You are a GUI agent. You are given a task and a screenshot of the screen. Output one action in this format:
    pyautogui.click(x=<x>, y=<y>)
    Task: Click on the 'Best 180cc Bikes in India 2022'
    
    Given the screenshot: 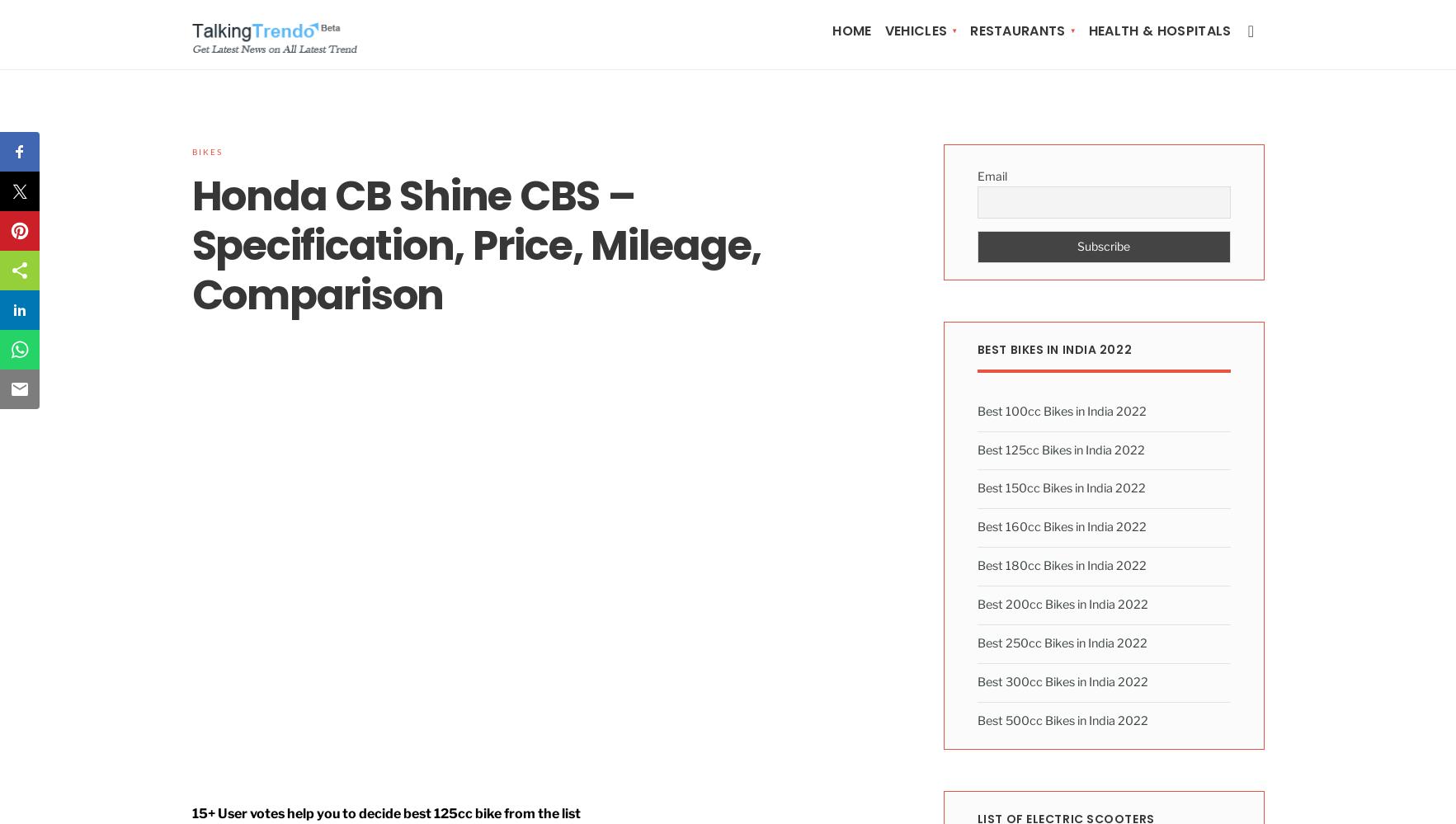 What is the action you would take?
    pyautogui.click(x=1061, y=566)
    